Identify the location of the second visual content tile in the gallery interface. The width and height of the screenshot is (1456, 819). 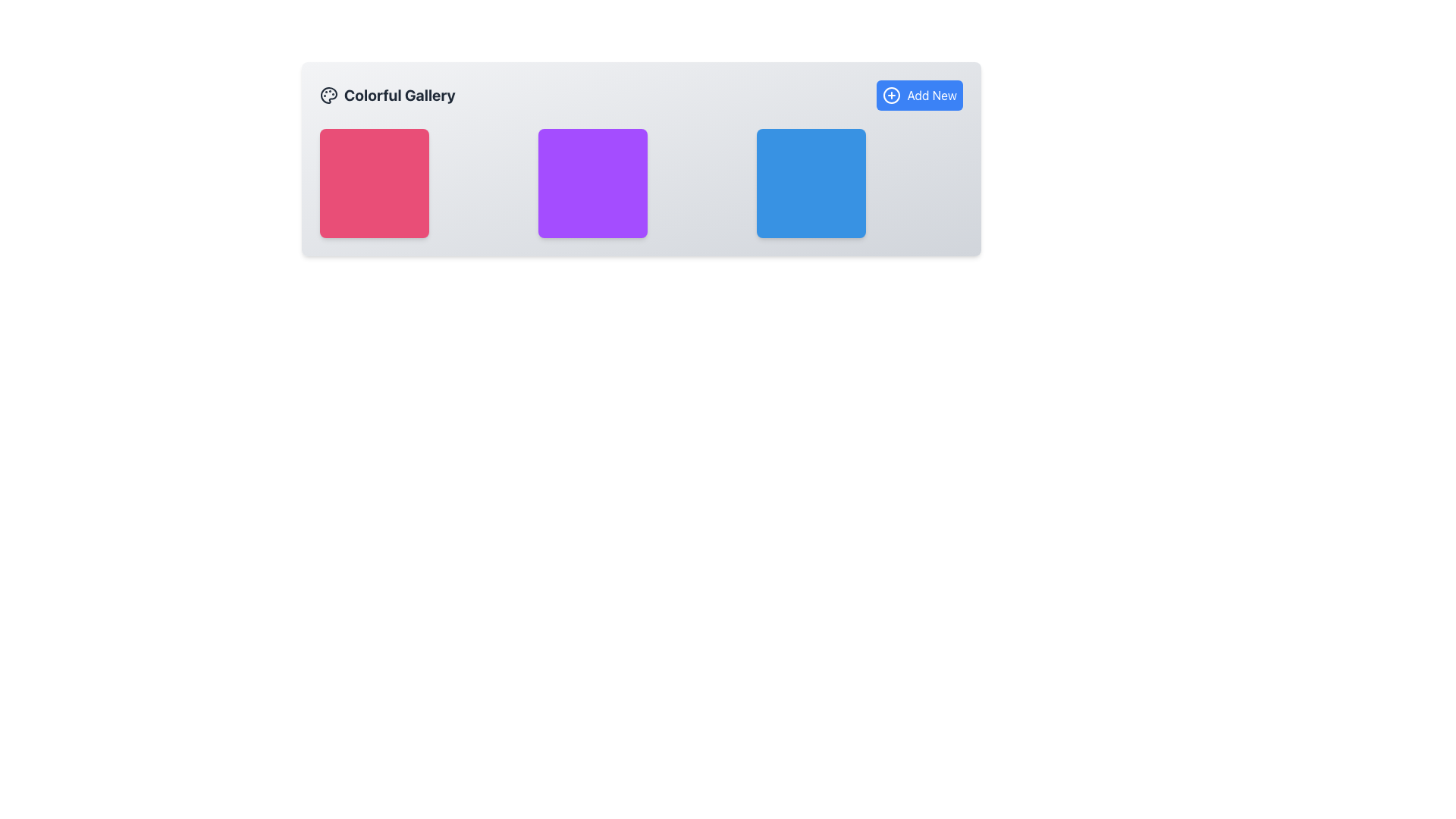
(641, 158).